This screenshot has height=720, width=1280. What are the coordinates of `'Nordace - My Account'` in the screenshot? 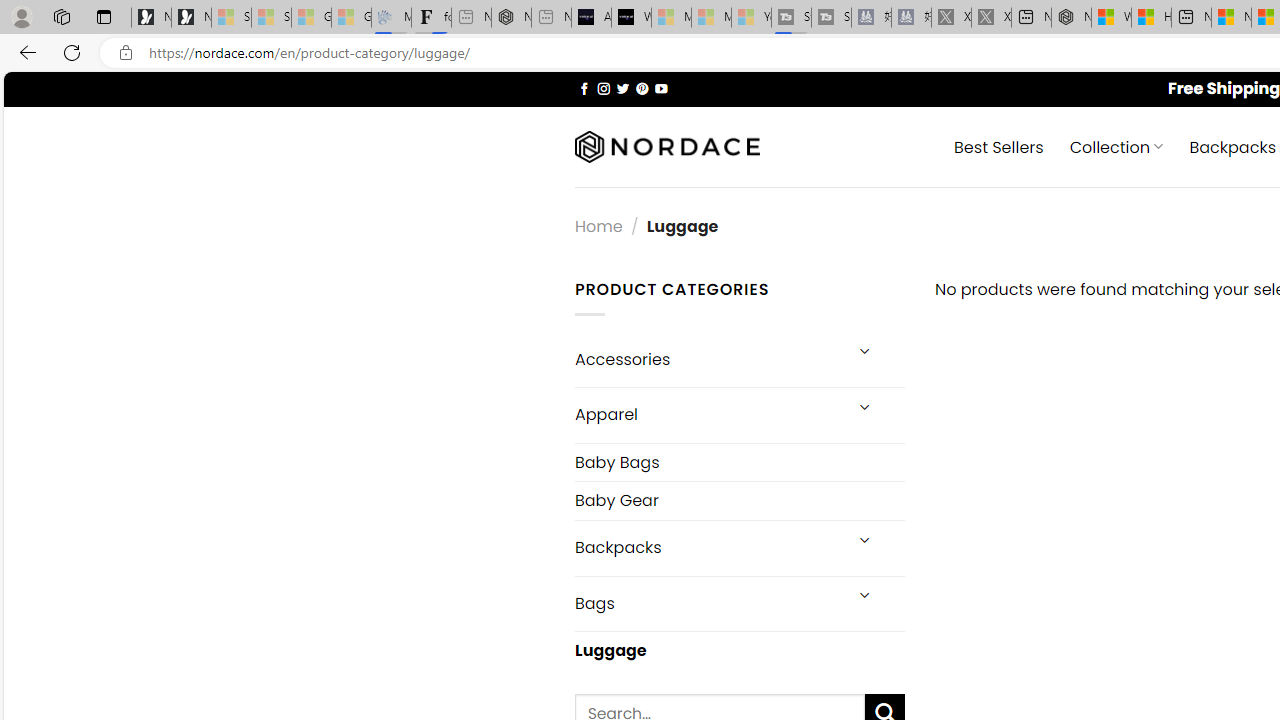 It's located at (1070, 17).